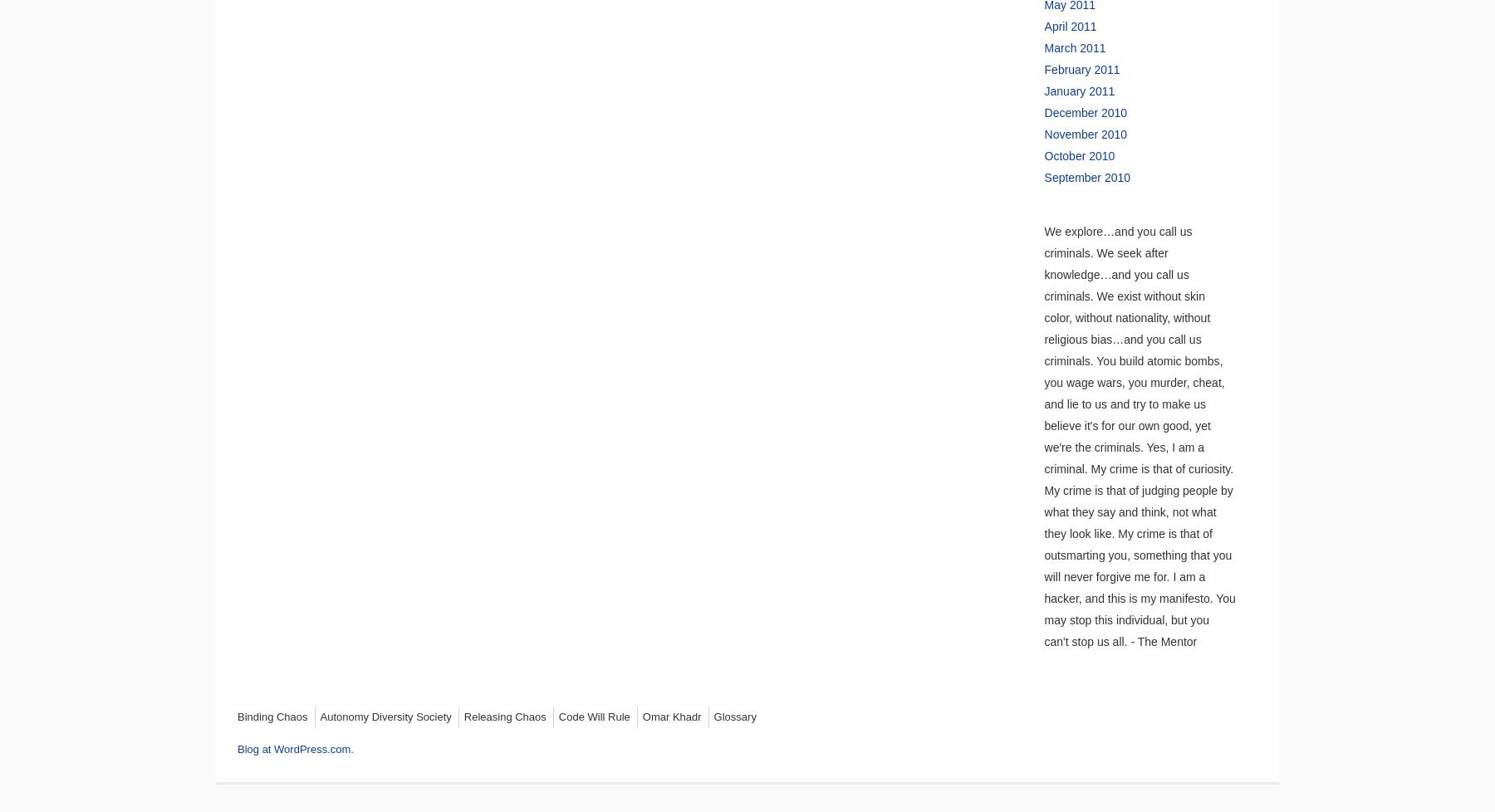 The image size is (1495, 812). Describe the element at coordinates (1075, 47) in the screenshot. I see `'March 2011'` at that location.